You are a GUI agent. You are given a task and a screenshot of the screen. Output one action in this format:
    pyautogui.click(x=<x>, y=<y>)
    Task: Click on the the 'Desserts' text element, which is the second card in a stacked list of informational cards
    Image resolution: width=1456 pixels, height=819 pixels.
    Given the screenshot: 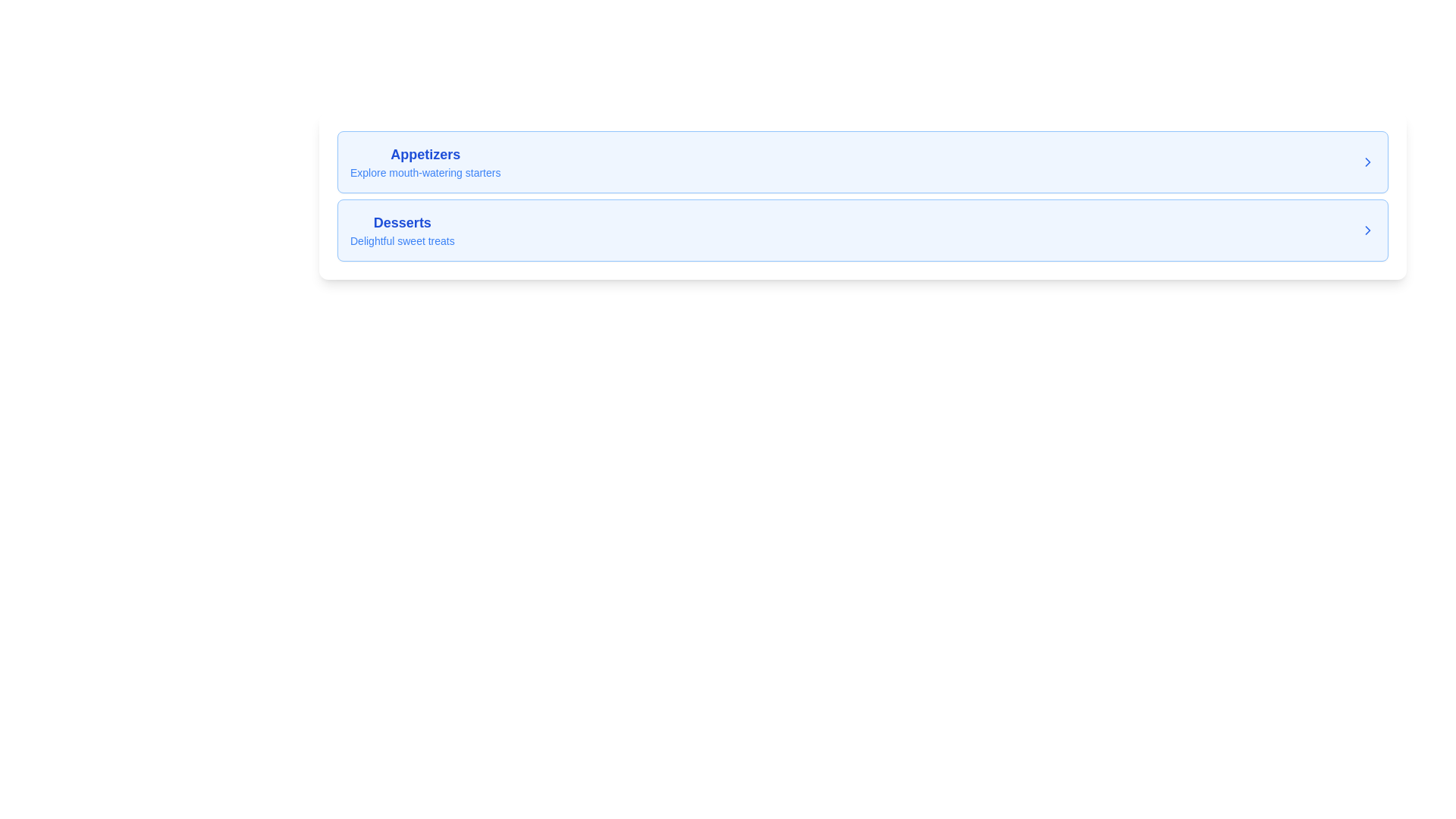 What is the action you would take?
    pyautogui.click(x=402, y=231)
    